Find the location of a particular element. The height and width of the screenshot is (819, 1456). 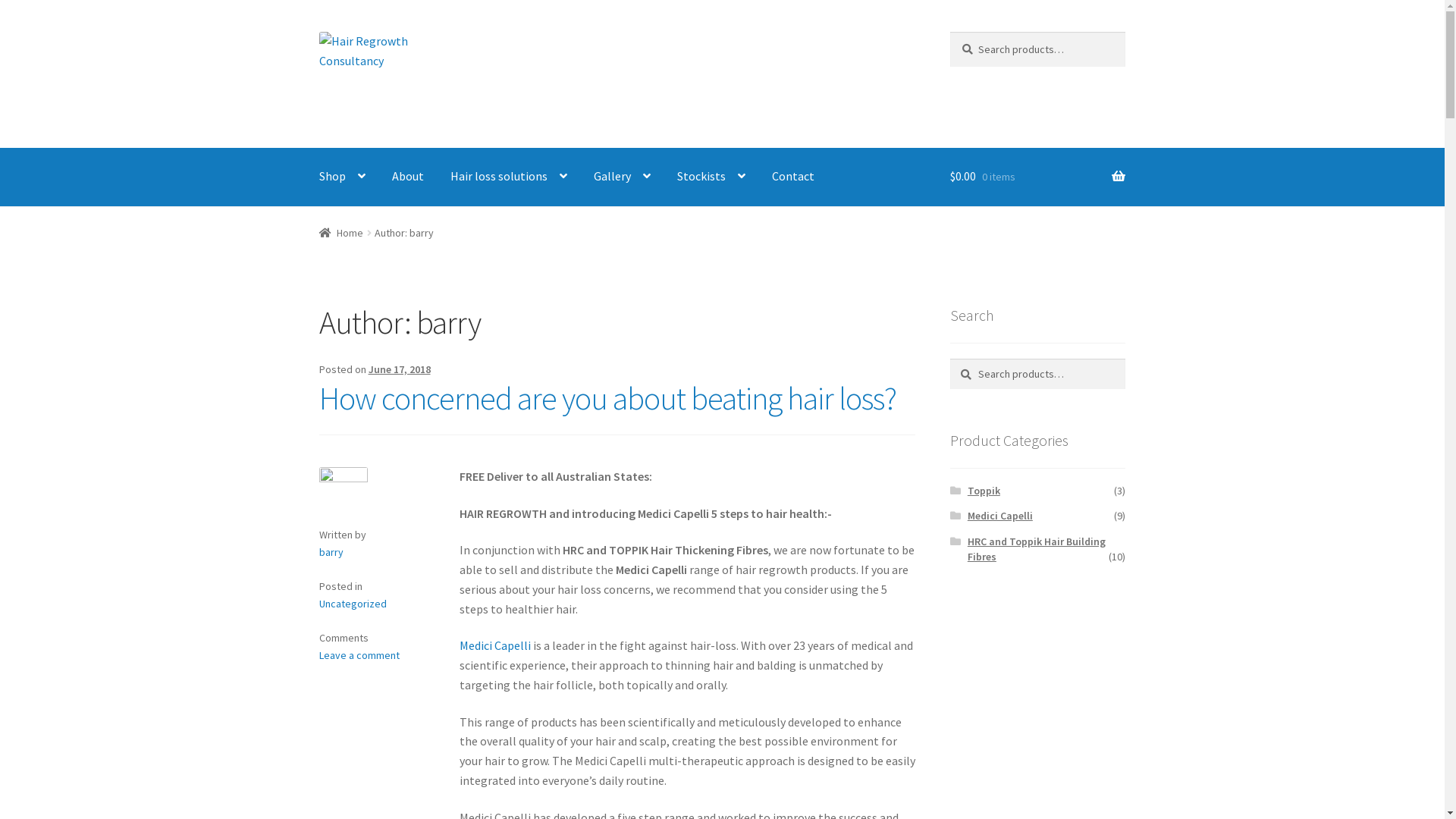

'Shop' is located at coordinates (341, 177).